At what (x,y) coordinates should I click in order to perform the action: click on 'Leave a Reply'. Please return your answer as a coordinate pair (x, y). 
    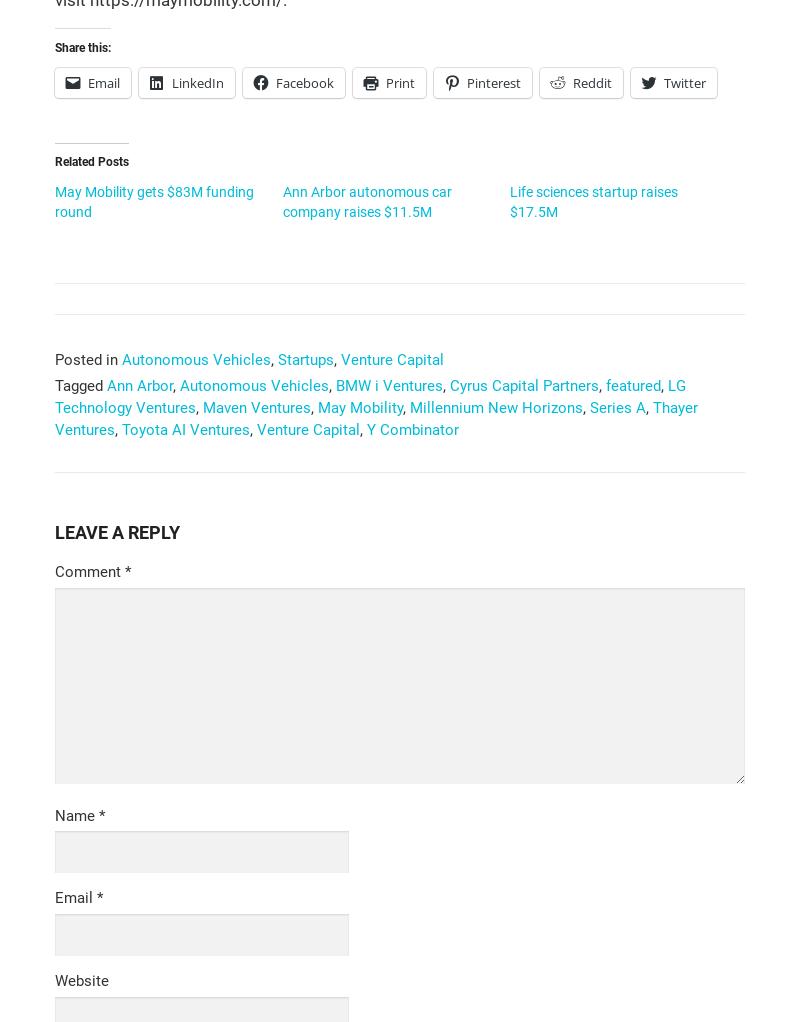
    Looking at the image, I should click on (54, 530).